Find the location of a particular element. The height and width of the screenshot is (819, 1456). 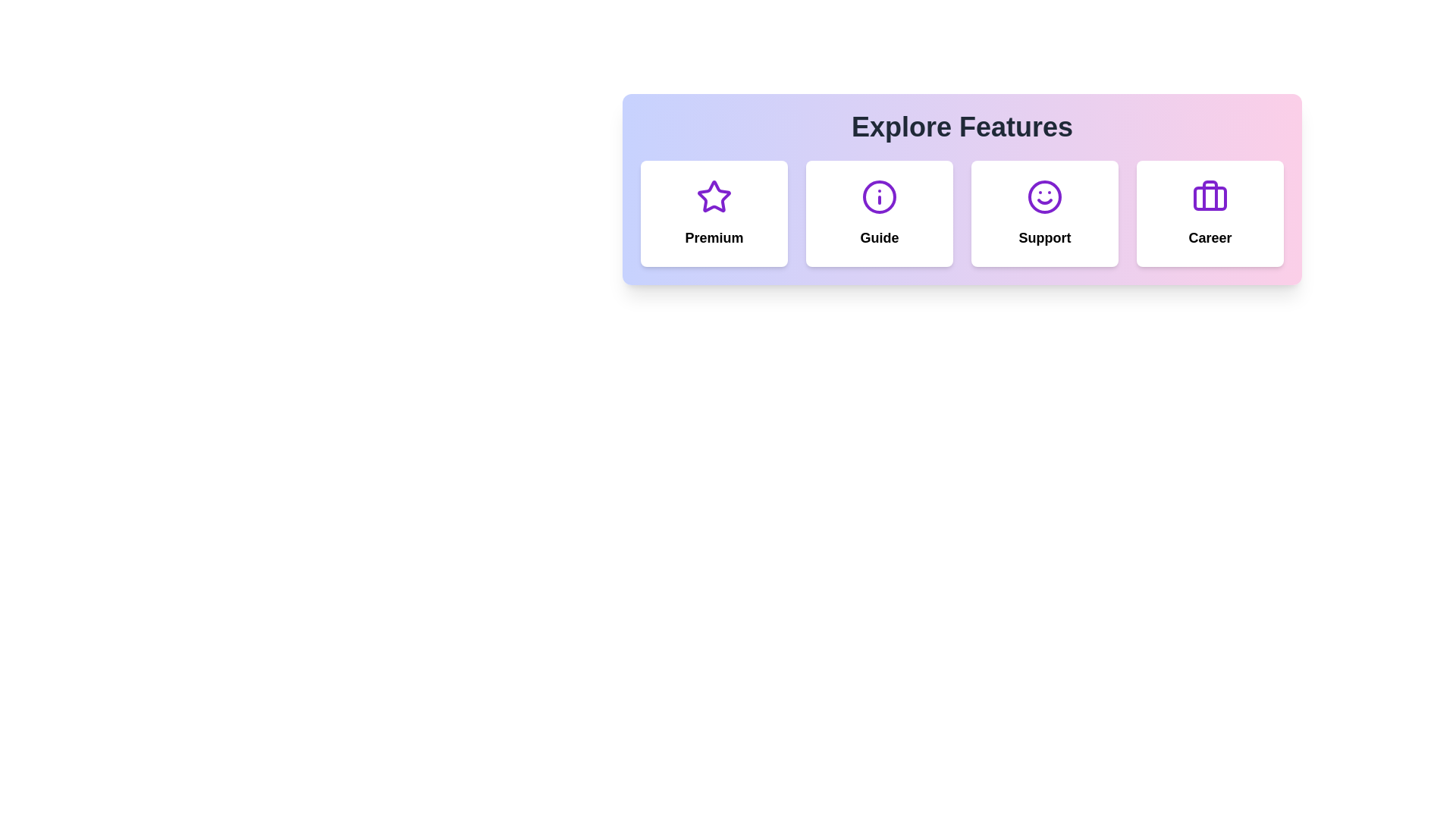

the 'Career' icon located at the center of the rightmost card in the horizontal row of cards for navigation or information is located at coordinates (1210, 196).